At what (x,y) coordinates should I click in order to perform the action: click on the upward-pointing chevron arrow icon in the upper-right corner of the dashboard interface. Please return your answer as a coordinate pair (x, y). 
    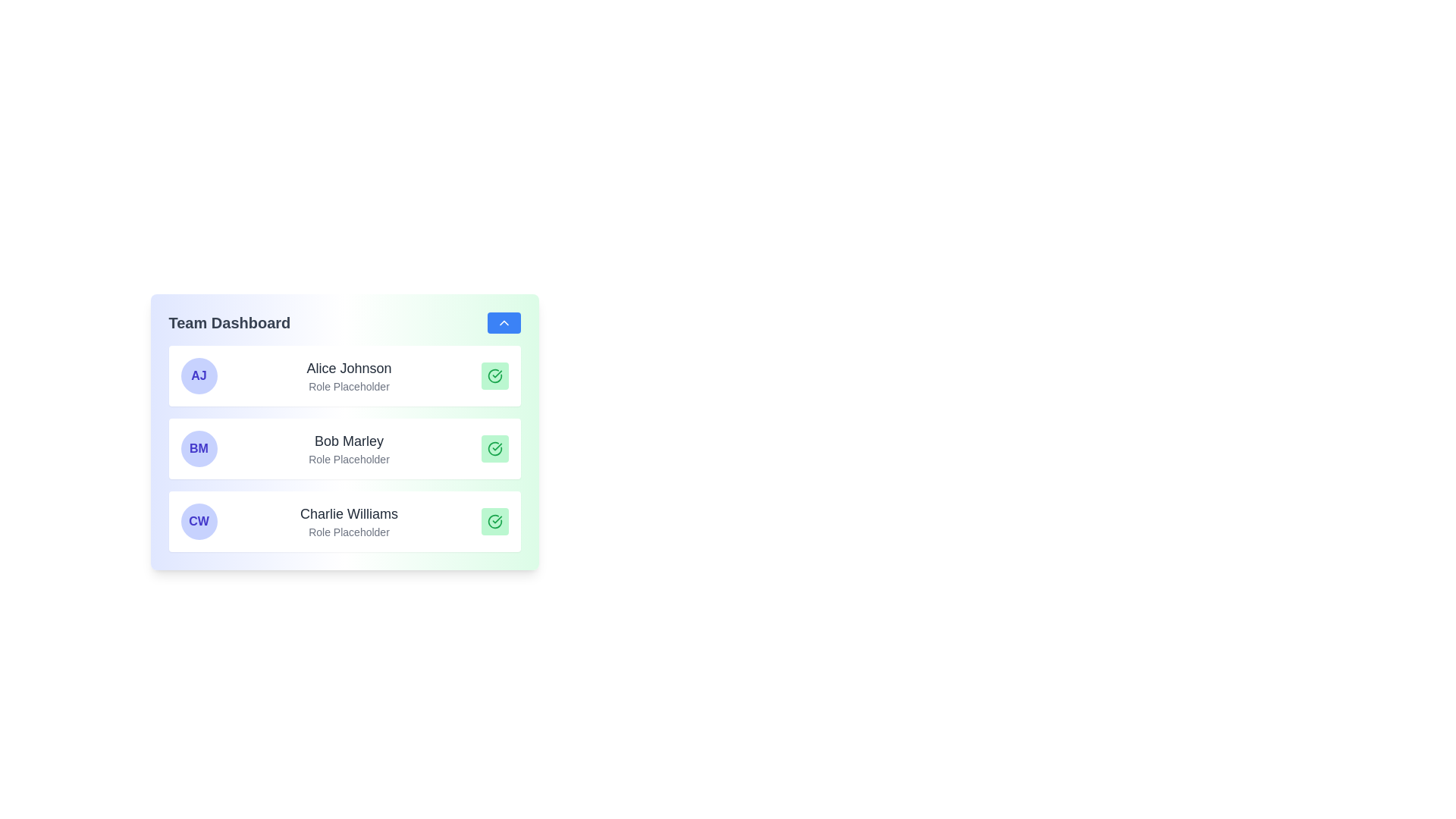
    Looking at the image, I should click on (504, 322).